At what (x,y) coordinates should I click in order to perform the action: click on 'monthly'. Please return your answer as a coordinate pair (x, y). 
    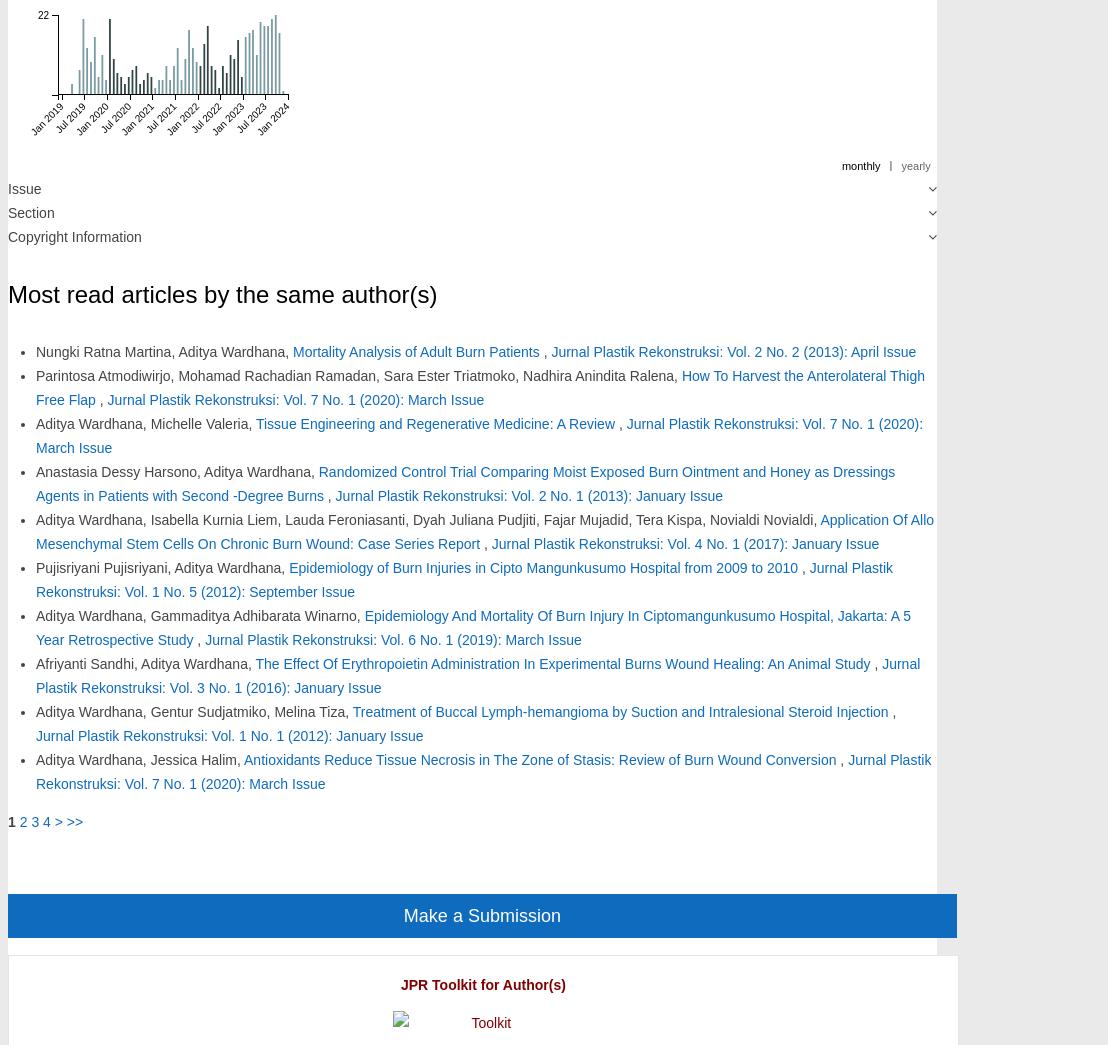
    Looking at the image, I should click on (860, 164).